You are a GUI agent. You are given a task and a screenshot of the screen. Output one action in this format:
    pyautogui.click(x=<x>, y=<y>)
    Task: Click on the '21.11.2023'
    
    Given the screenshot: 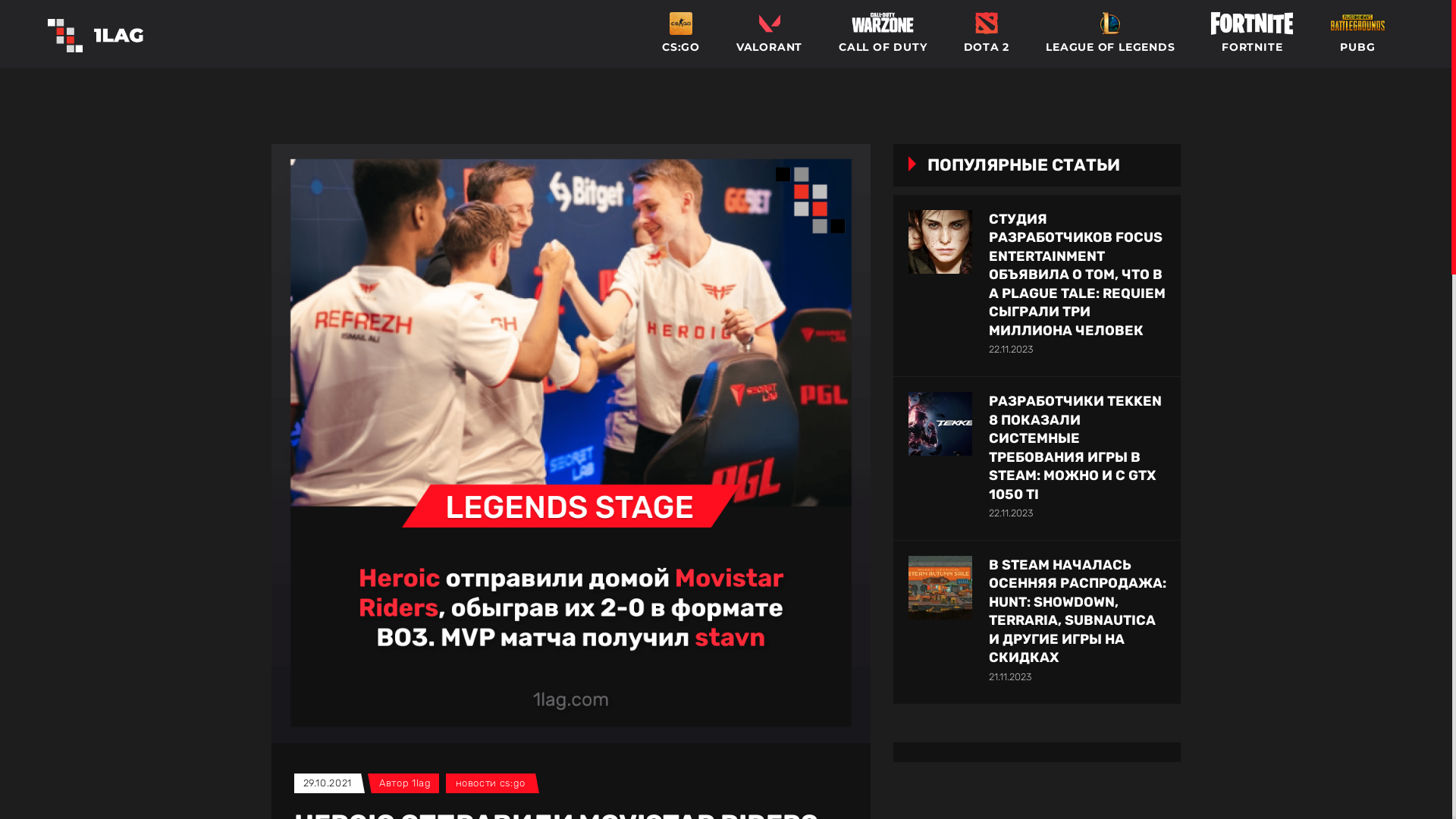 What is the action you would take?
    pyautogui.click(x=1010, y=676)
    